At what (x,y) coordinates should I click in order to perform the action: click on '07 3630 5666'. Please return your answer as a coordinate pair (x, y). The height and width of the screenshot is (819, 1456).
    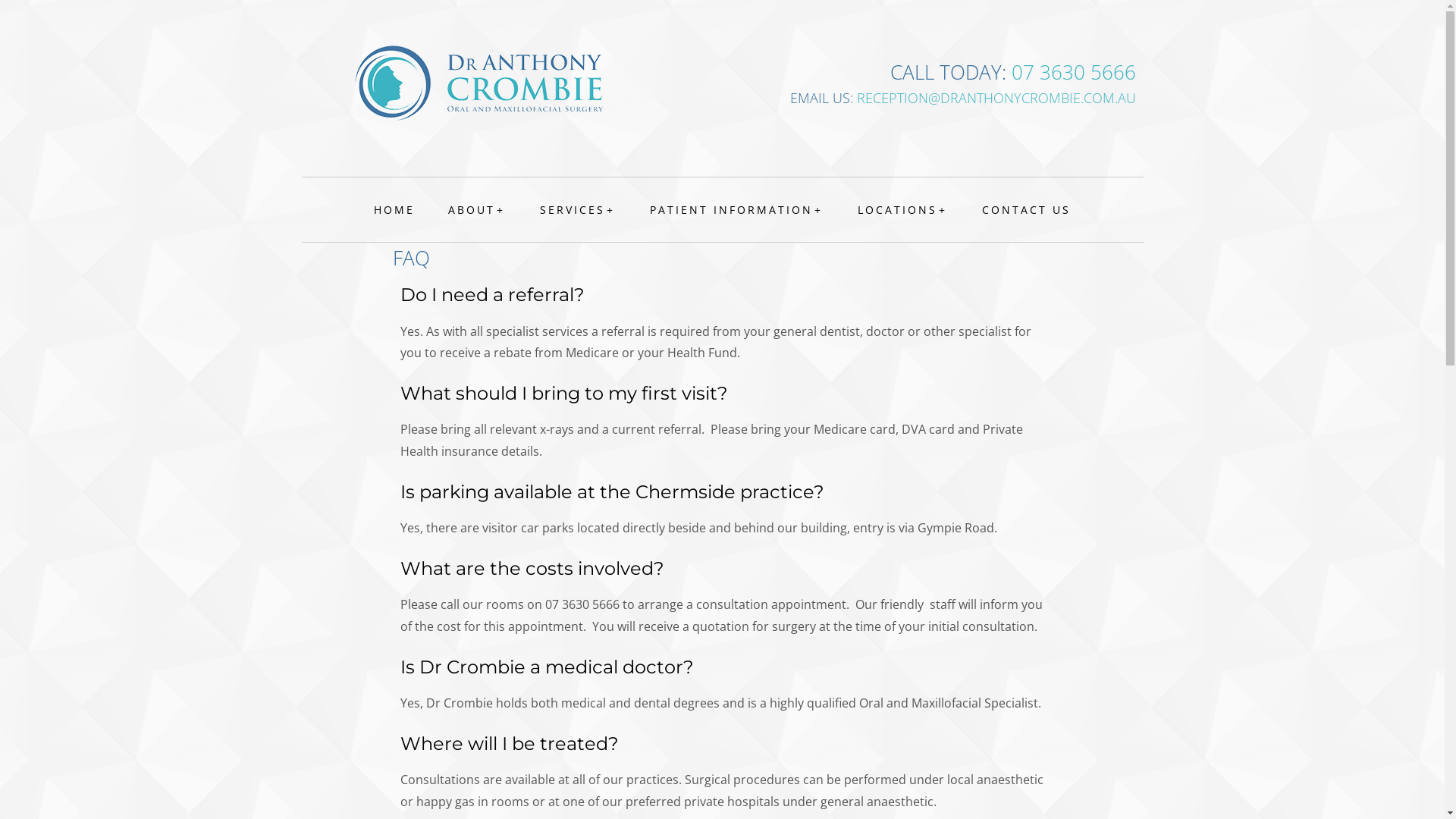
    Looking at the image, I should click on (1073, 72).